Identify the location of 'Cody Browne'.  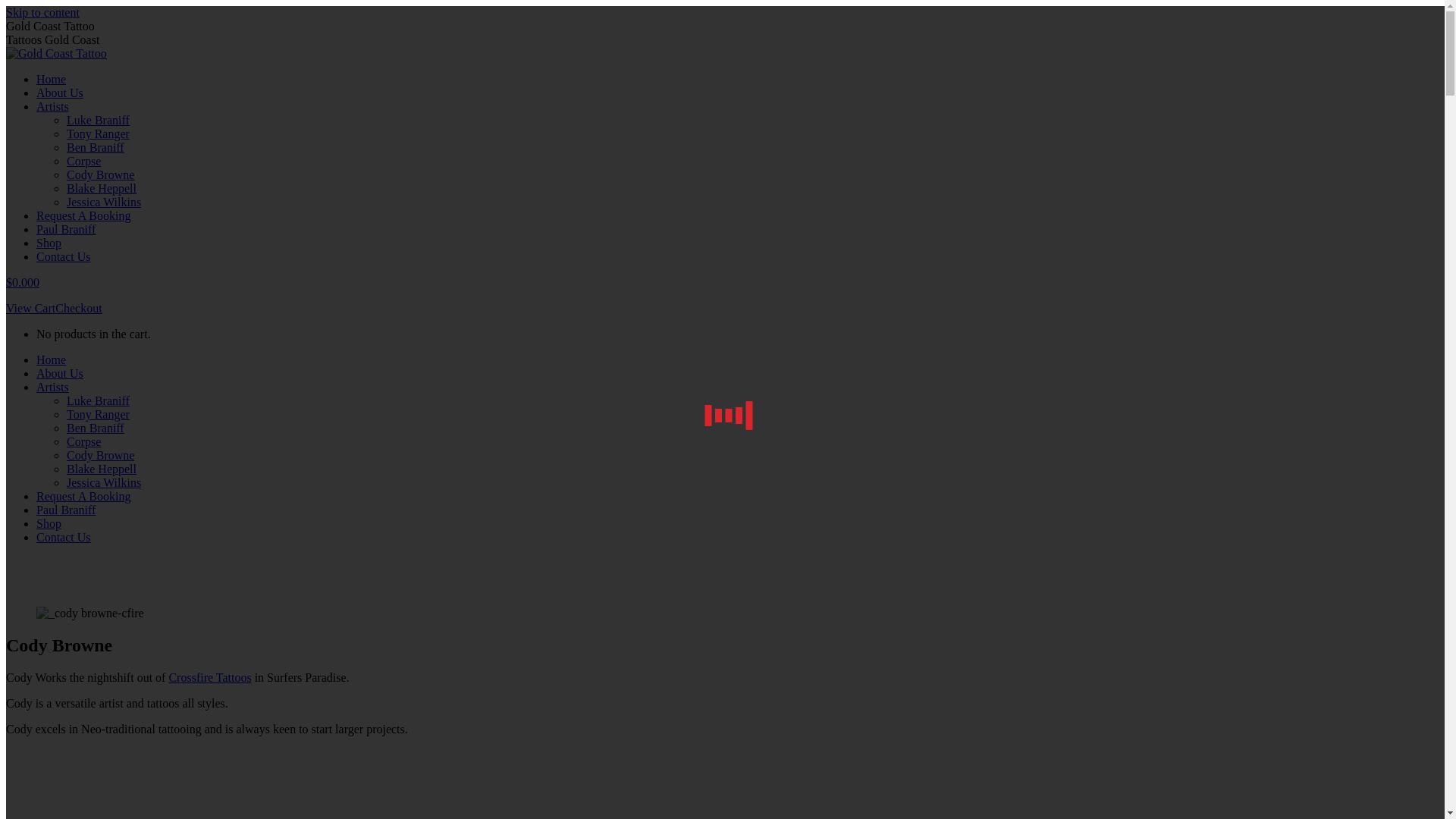
(99, 174).